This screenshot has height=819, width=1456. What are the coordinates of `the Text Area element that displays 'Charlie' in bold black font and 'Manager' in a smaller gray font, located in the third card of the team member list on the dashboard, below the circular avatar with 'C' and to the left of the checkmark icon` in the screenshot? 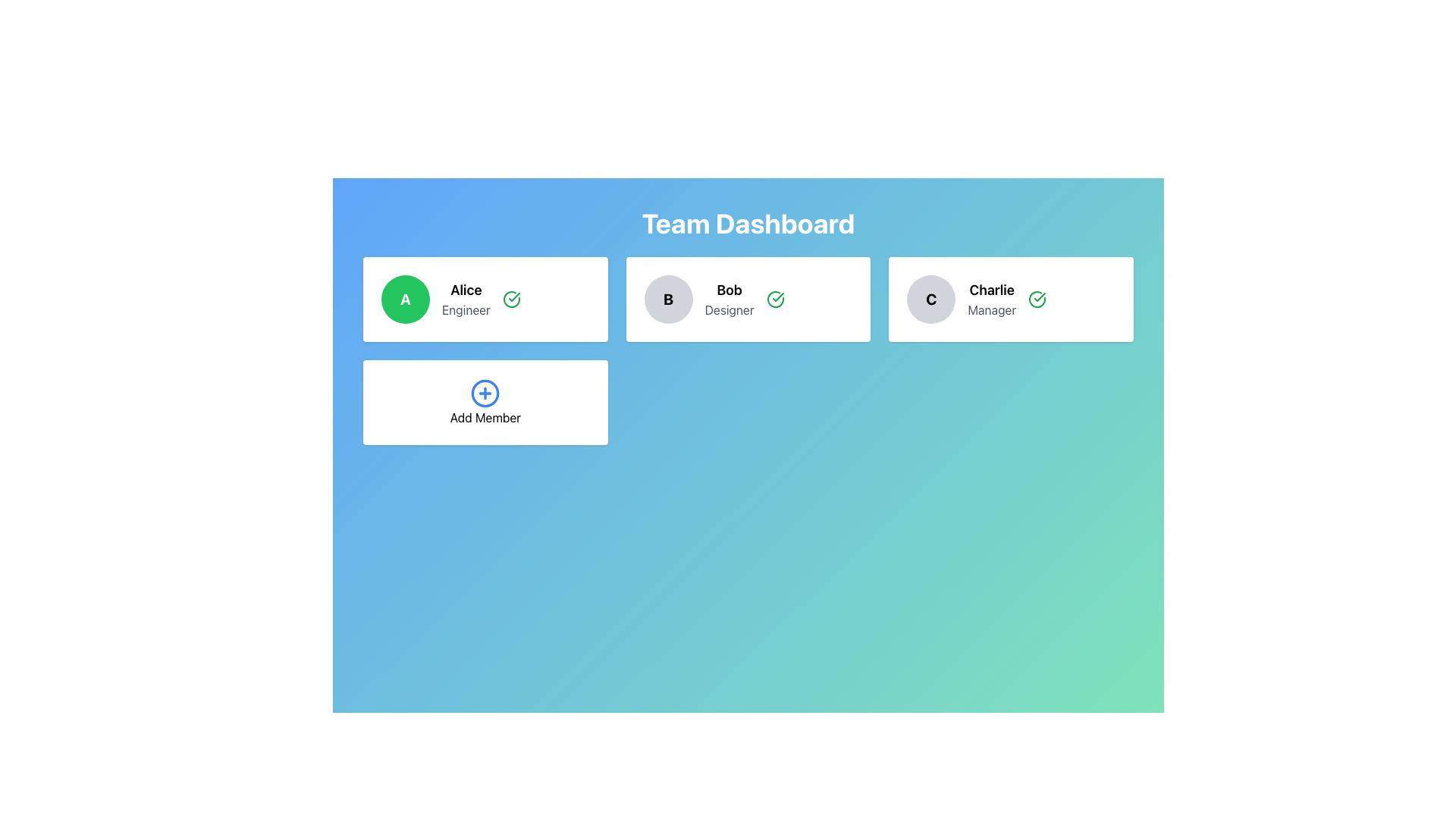 It's located at (992, 299).